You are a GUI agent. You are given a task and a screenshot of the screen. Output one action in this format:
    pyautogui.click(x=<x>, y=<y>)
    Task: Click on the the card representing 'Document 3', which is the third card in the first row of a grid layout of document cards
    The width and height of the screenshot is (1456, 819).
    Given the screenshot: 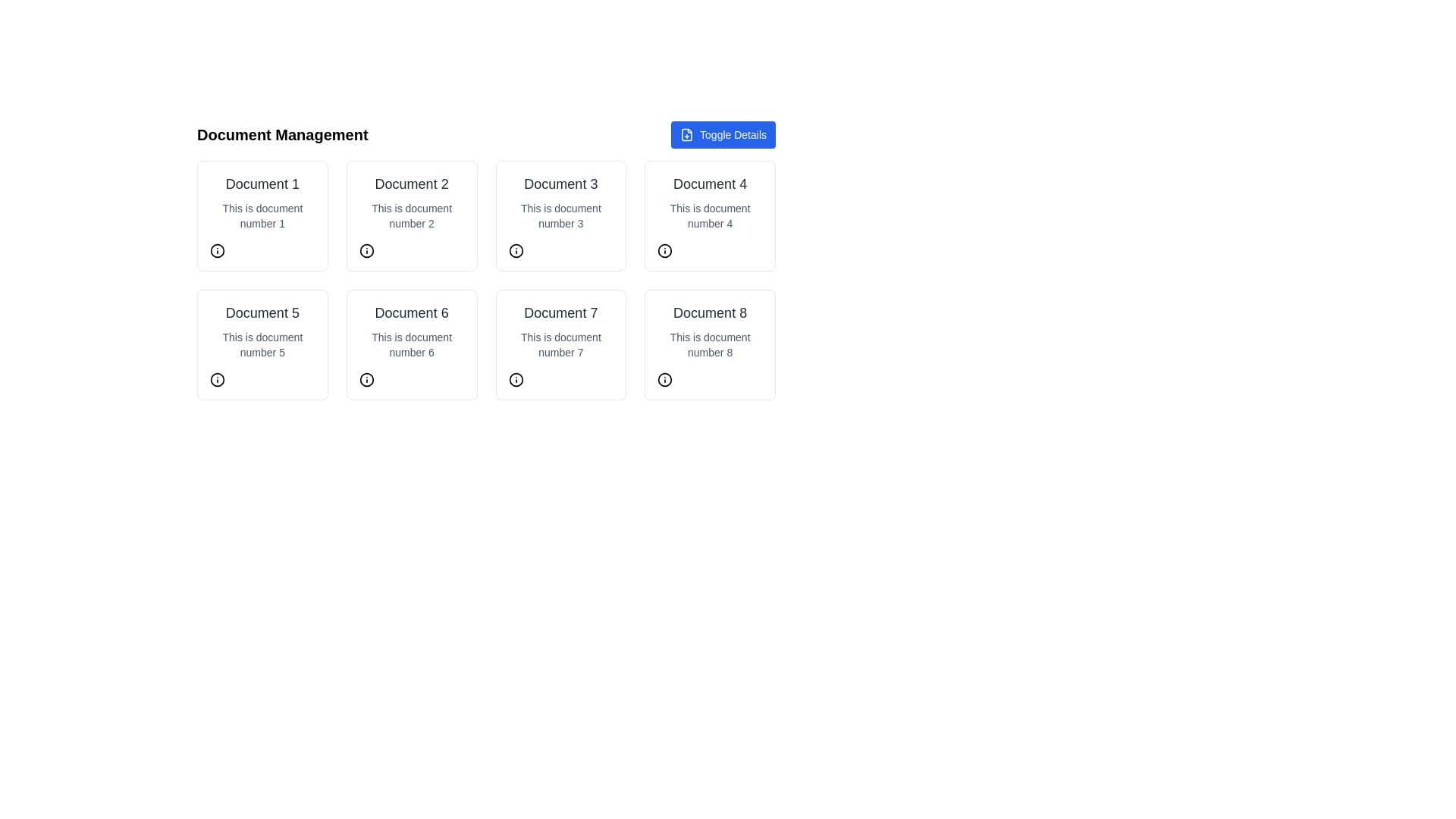 What is the action you would take?
    pyautogui.click(x=560, y=216)
    